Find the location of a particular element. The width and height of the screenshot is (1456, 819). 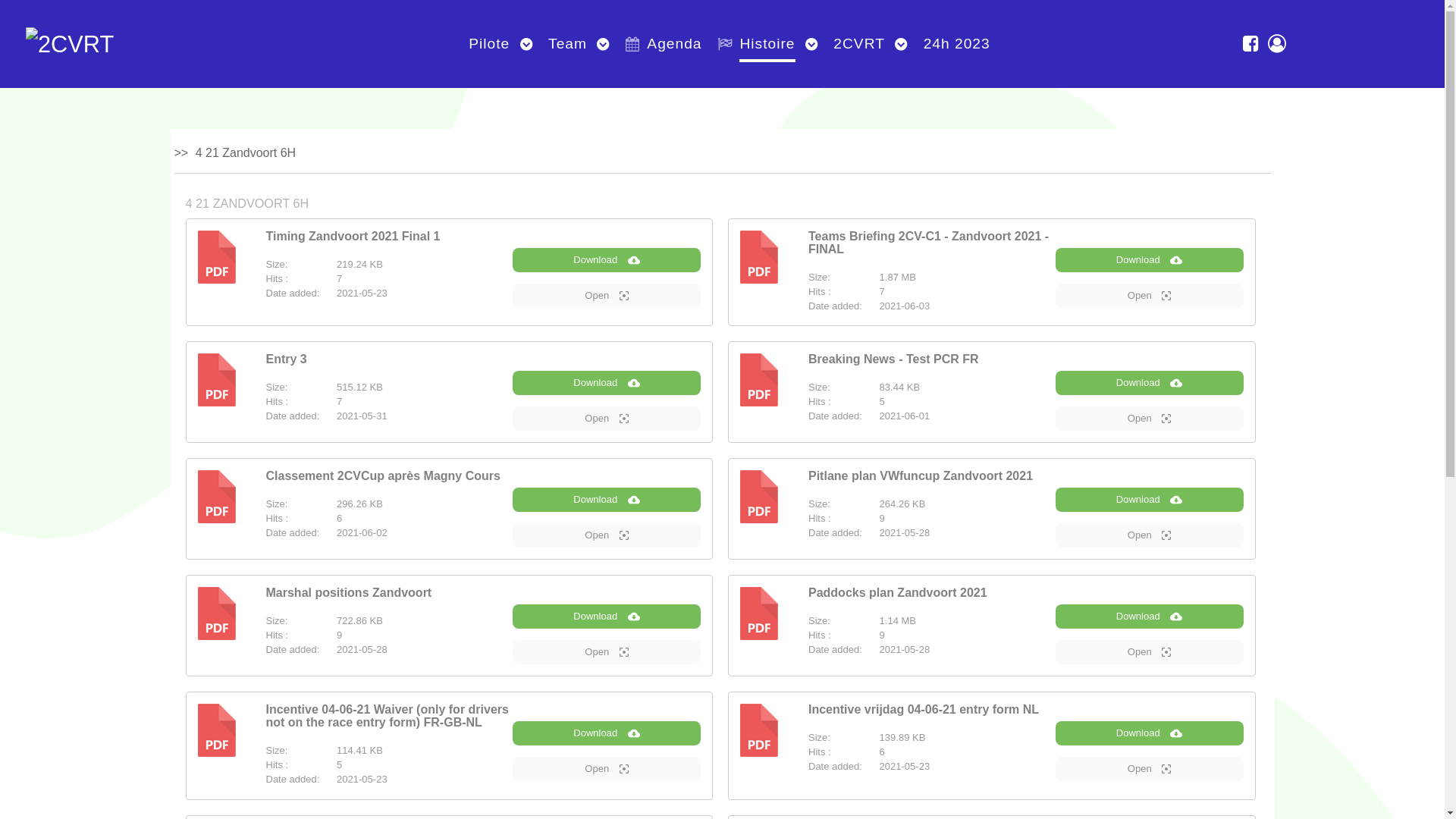

'Marshal positions Zandvoort' is located at coordinates (347, 591).